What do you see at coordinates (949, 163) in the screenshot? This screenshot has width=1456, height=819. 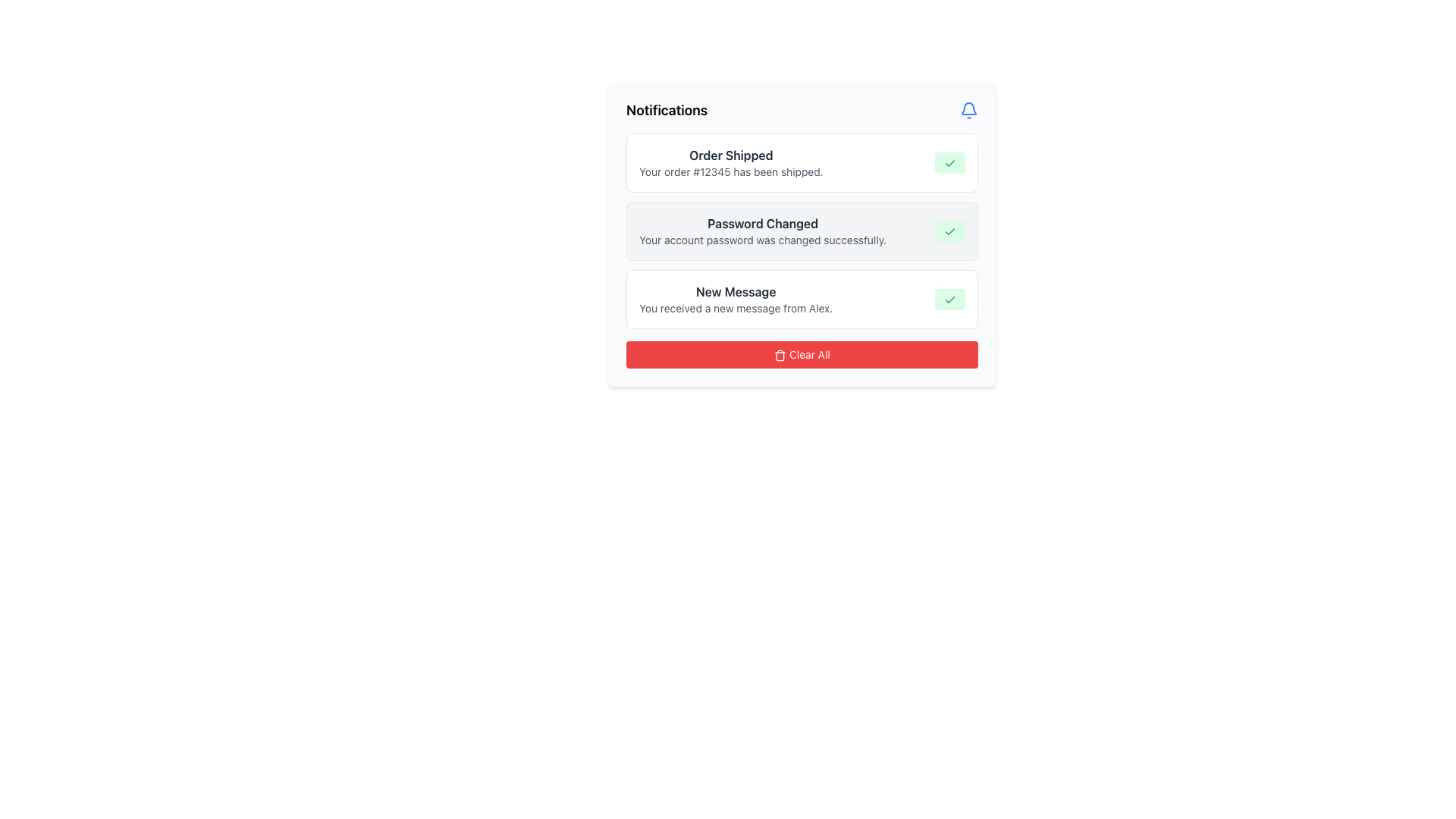 I see `the small, rounded rectangular button with a light green background and a green checkmark icon in its center to confirm the notification for 'Order Shipped'` at bounding box center [949, 163].